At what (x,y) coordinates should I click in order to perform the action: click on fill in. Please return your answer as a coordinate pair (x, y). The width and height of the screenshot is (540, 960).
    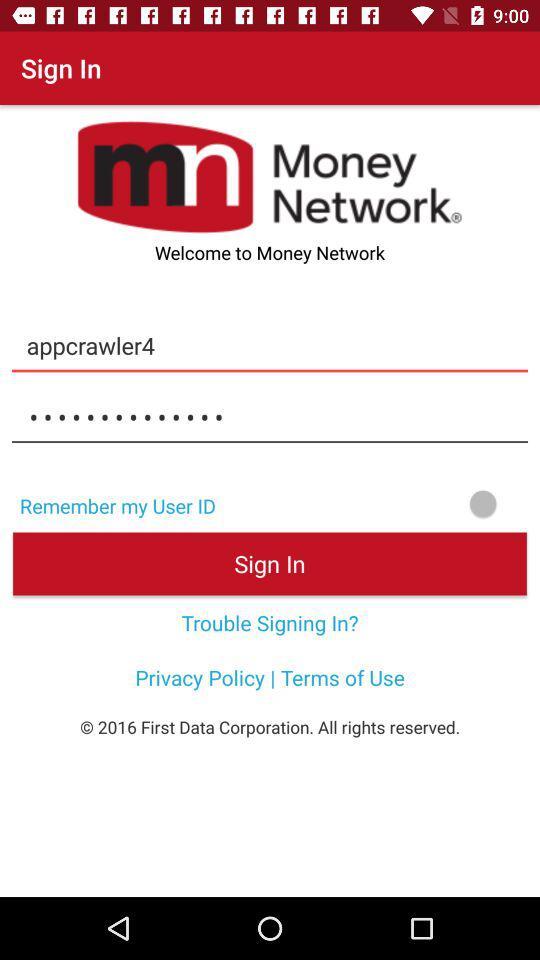
    Looking at the image, I should click on (384, 502).